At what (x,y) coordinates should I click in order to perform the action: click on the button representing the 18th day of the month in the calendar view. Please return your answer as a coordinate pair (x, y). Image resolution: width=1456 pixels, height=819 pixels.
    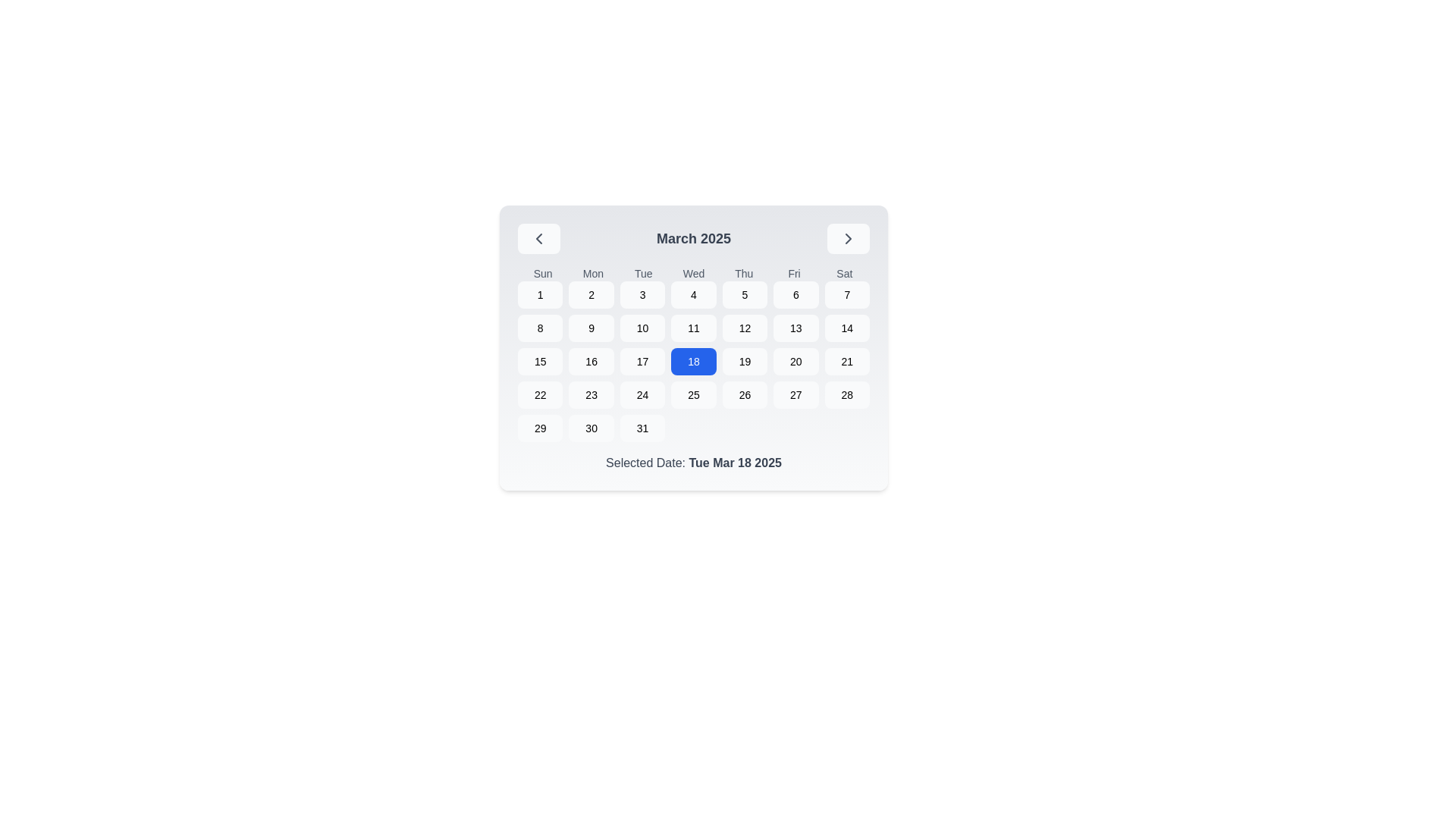
    Looking at the image, I should click on (693, 362).